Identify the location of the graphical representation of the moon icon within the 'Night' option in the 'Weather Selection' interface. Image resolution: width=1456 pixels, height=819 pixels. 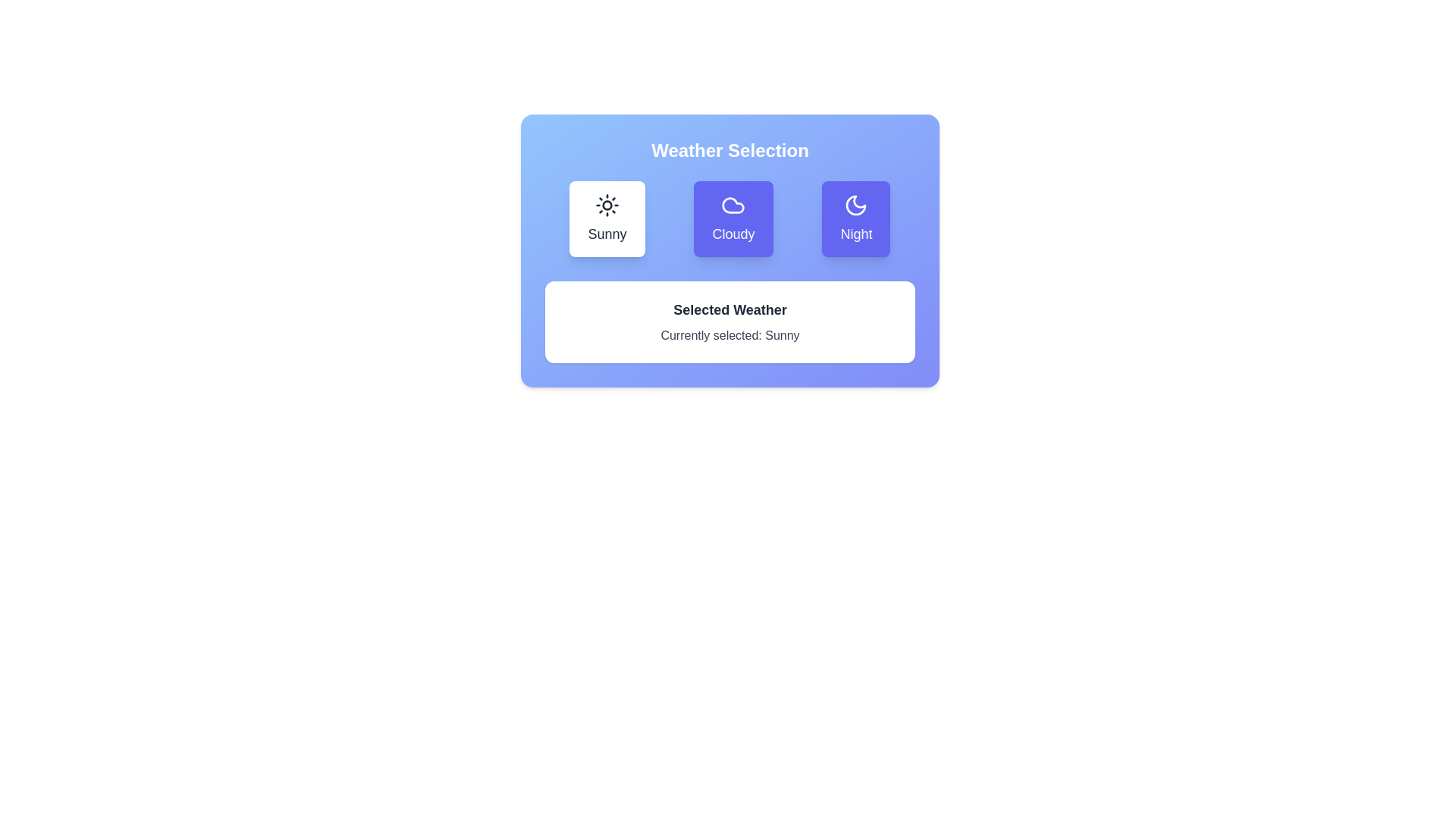
(856, 205).